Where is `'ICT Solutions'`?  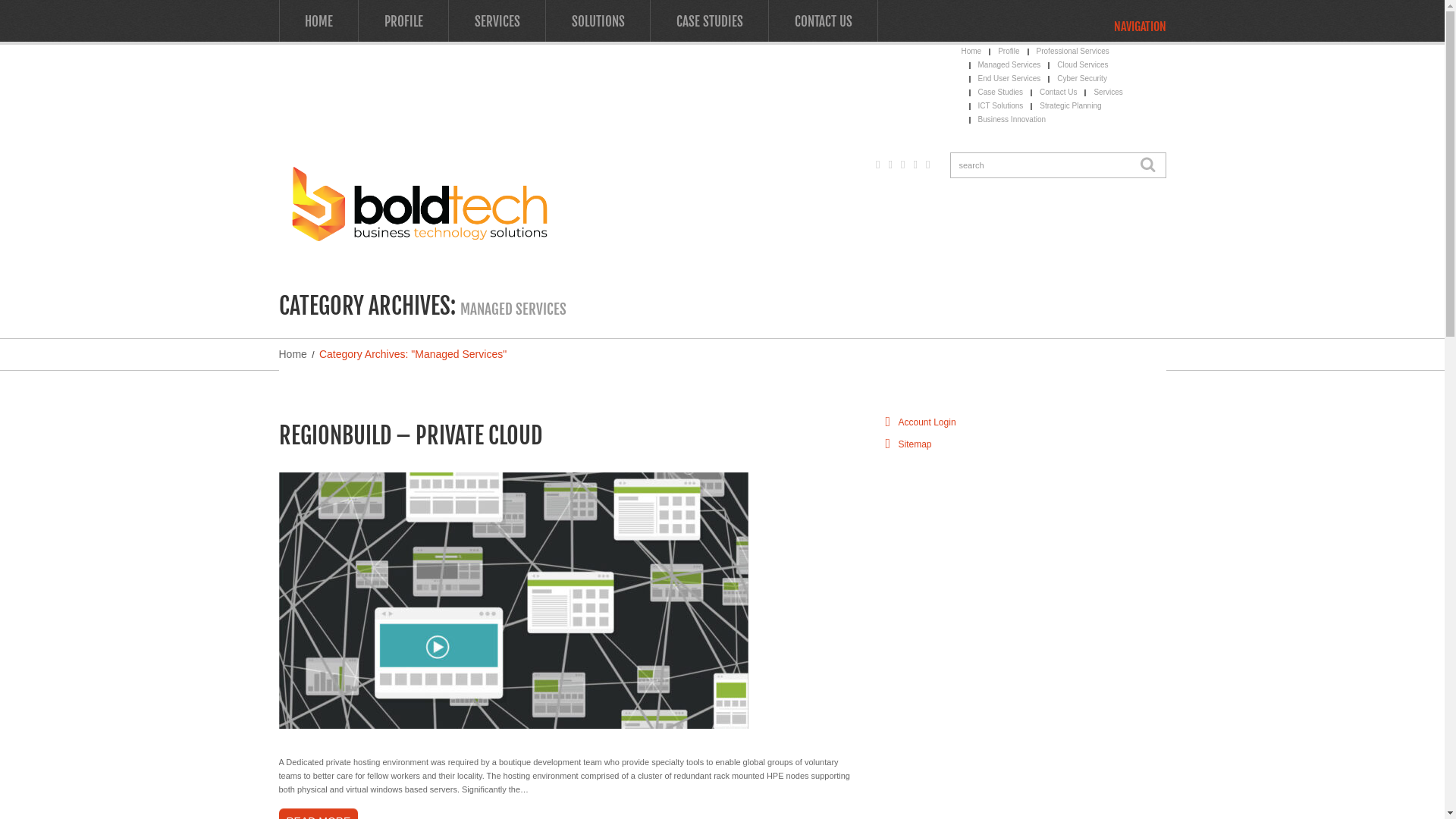 'ICT Solutions' is located at coordinates (1001, 105).